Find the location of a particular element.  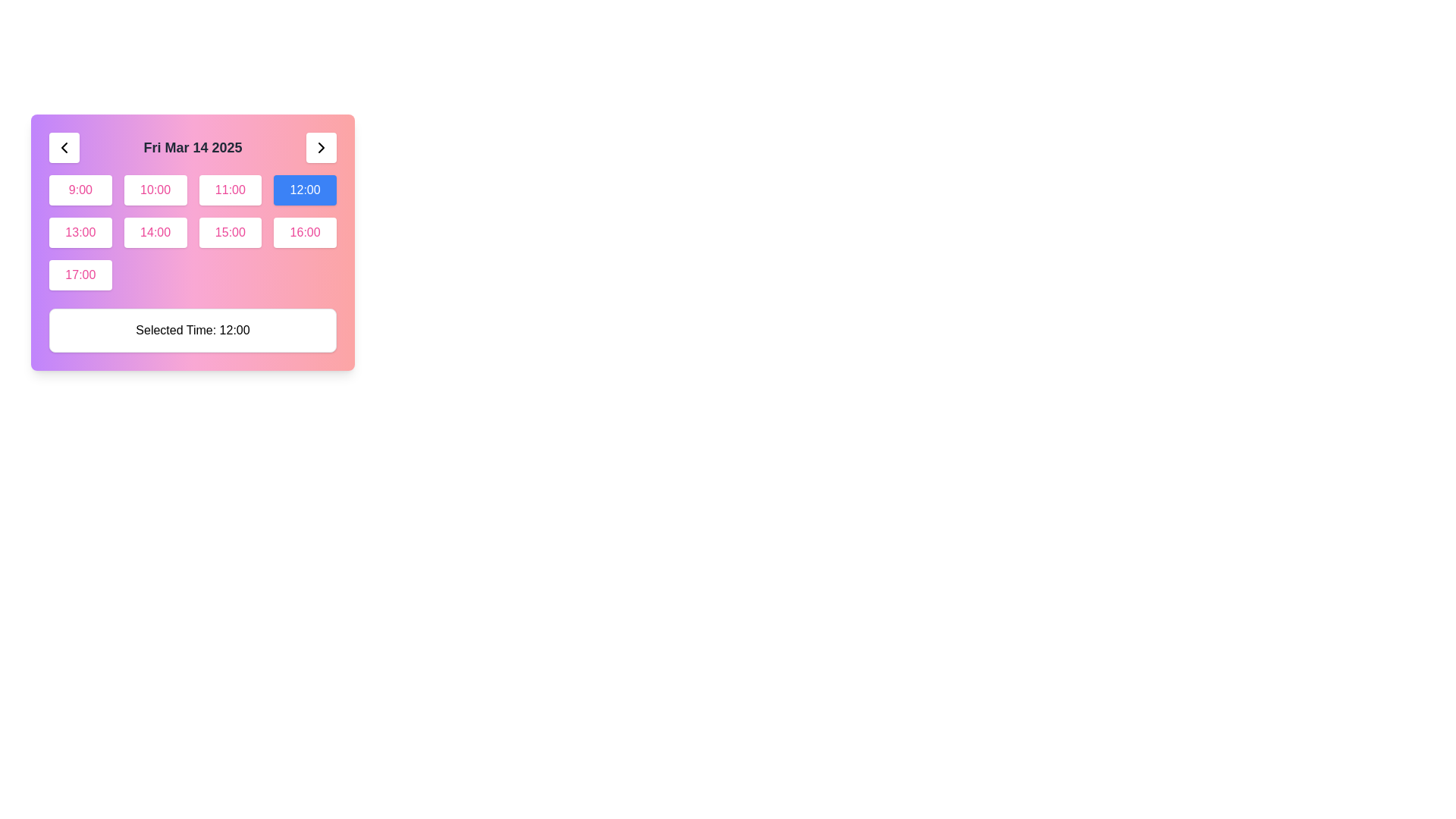

the selectable time slot button for '11:00', which is located is located at coordinates (229, 189).